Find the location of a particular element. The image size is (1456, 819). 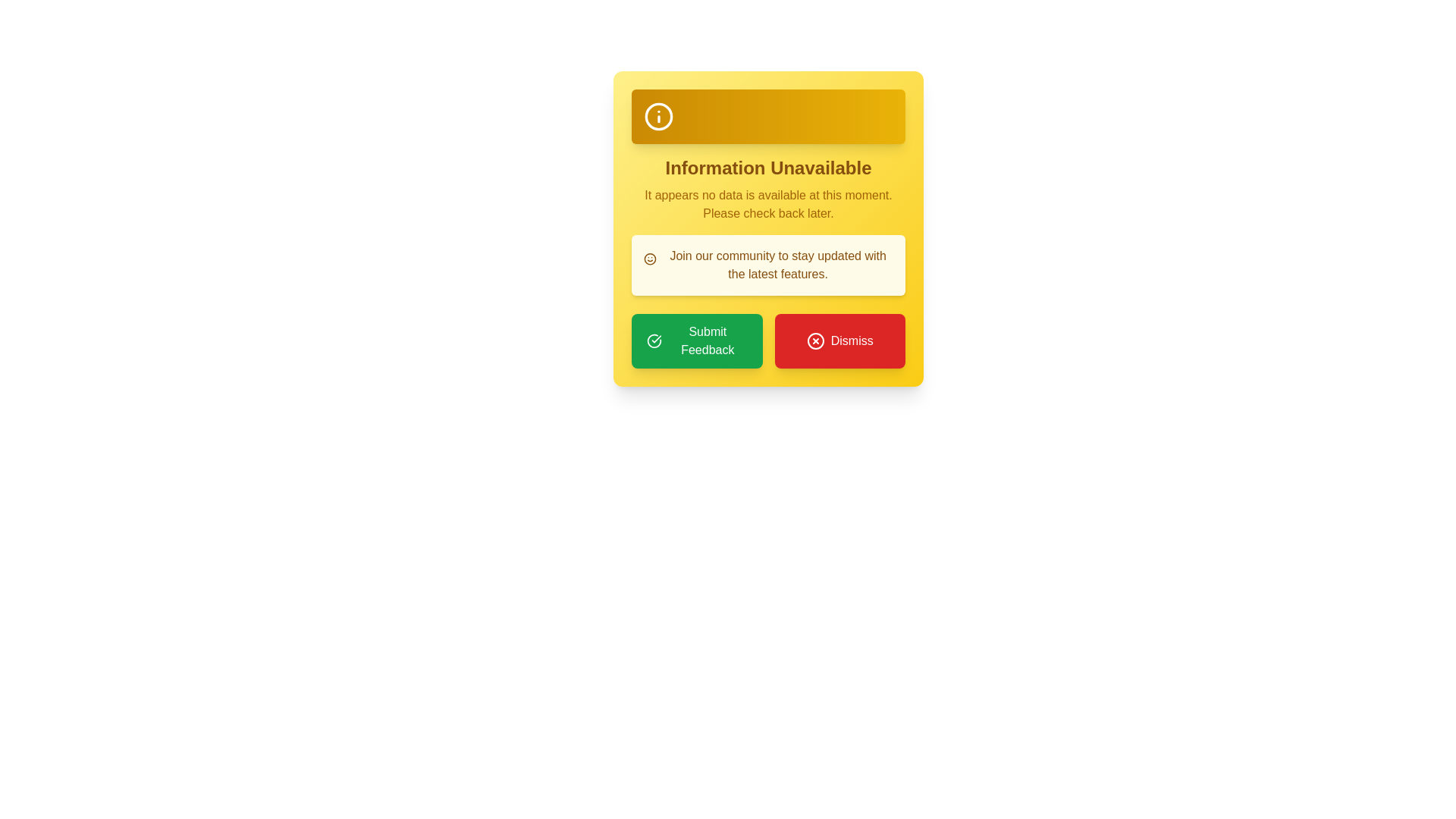

the text that says 'It appears no data is available at this moment. Please check back later.' which is styled with a yellow color tone and centered within a rounded yellow box below the header 'Information Unavailable' is located at coordinates (768, 205).